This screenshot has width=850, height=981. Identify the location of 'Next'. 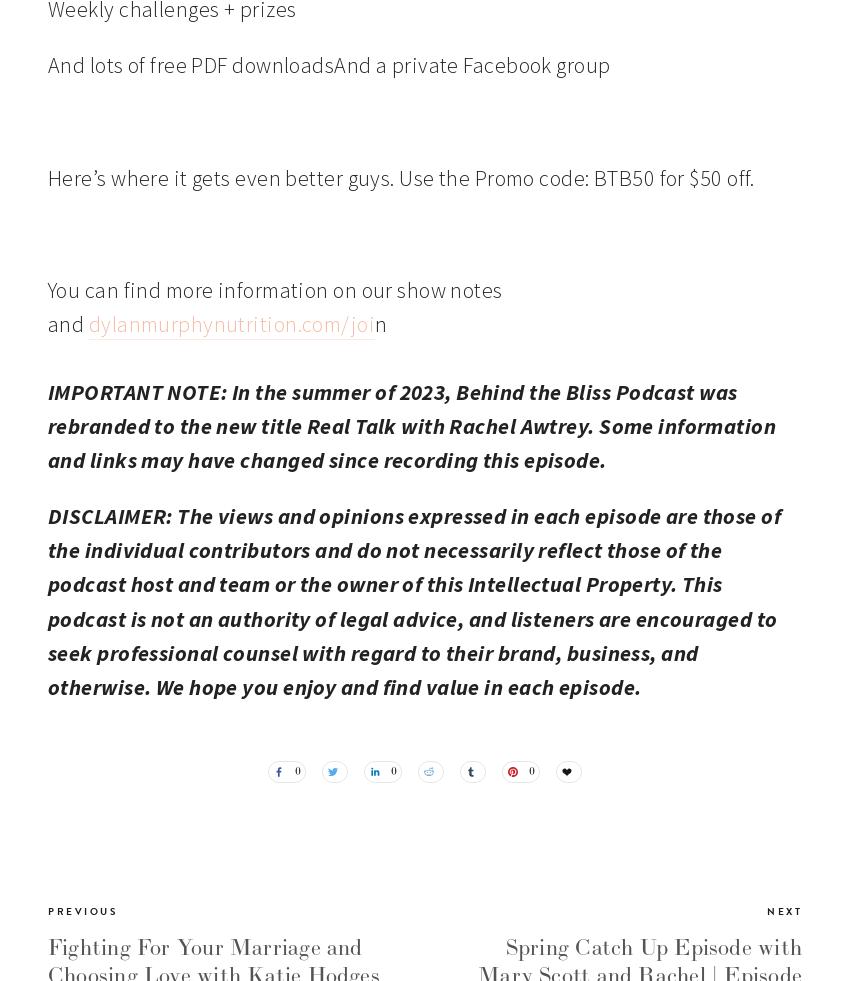
(783, 910).